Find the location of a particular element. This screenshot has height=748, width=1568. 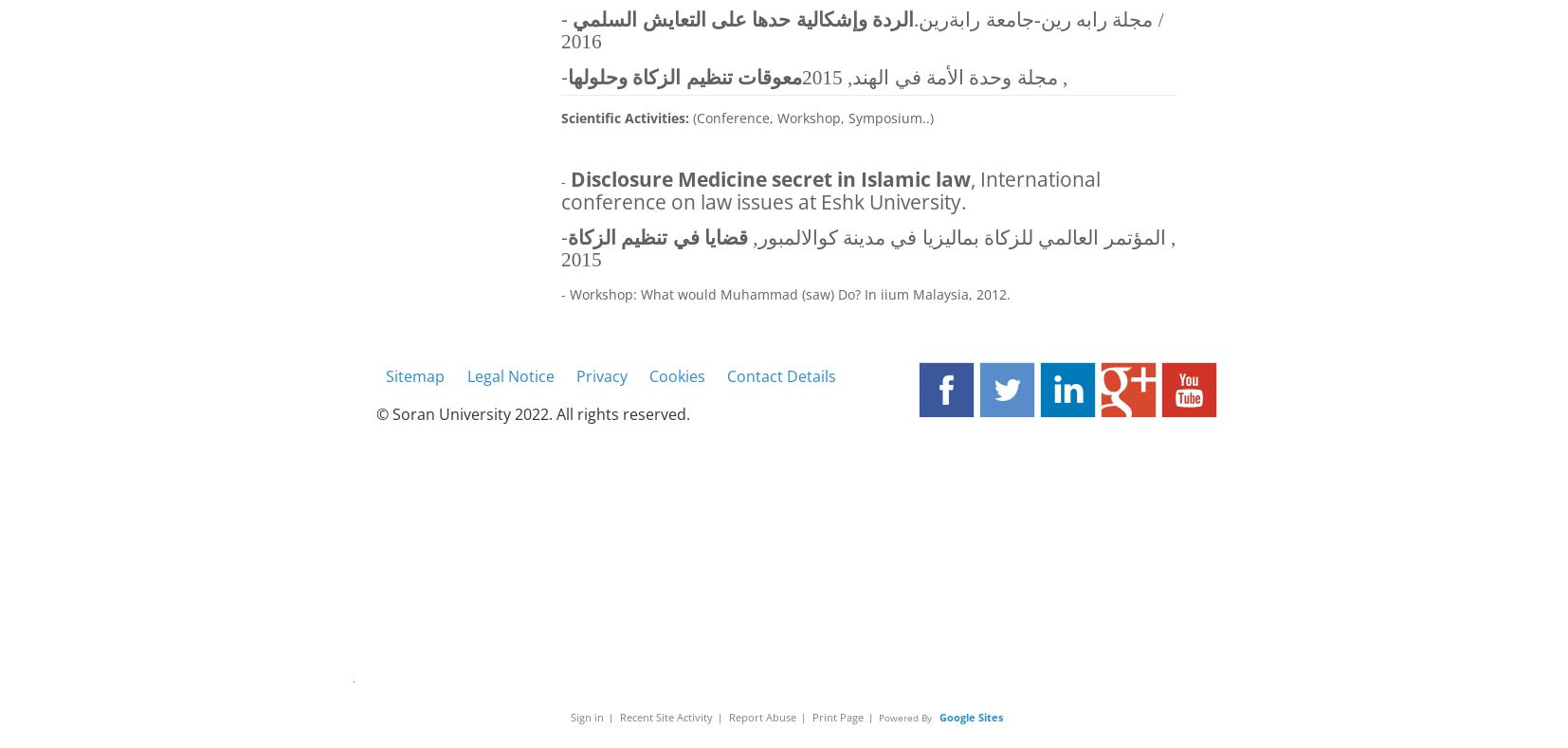

'Contact Details' is located at coordinates (781, 374).